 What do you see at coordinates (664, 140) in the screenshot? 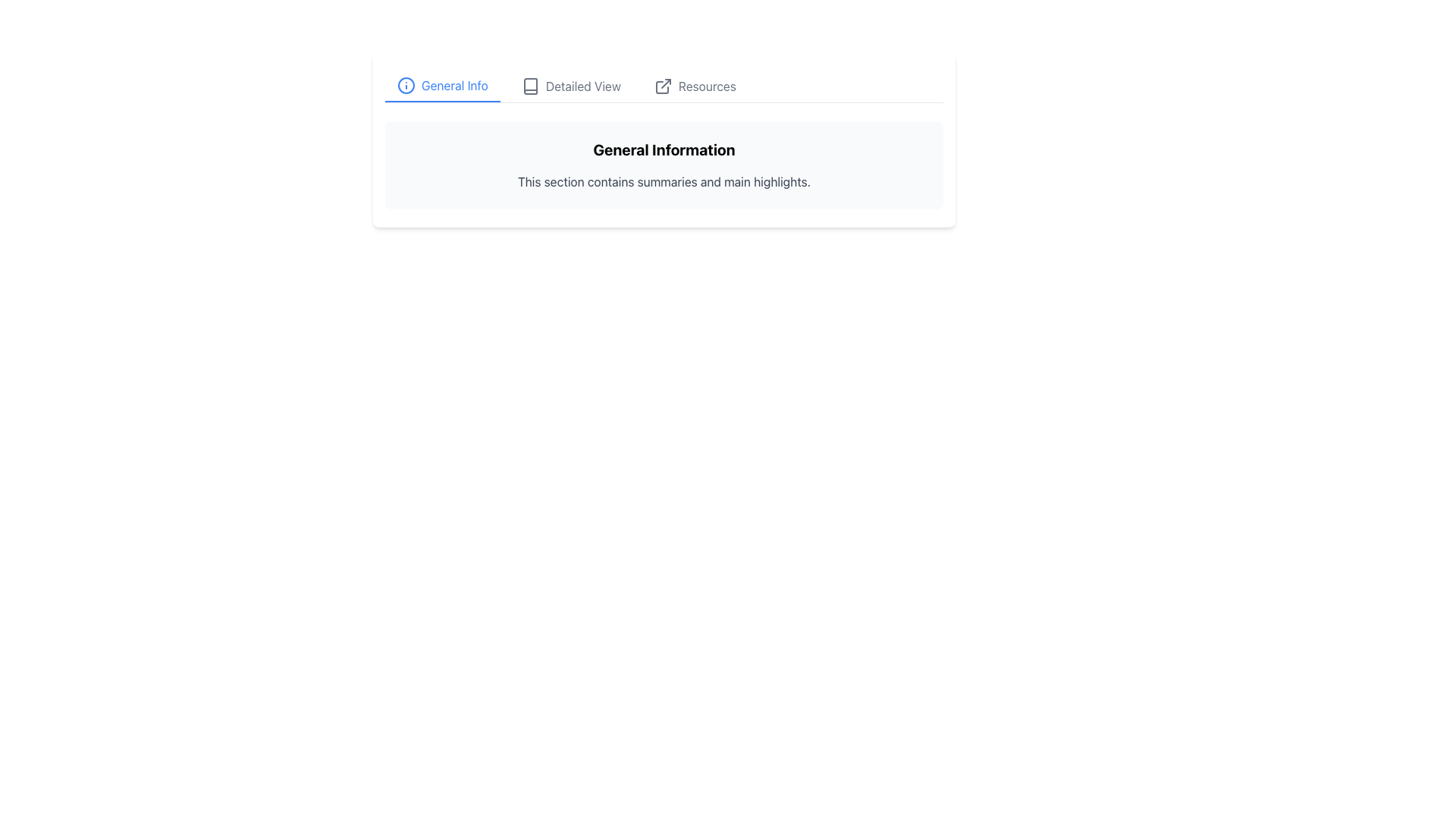
I see `text in the Informational Section titled 'General Information', which contains summaries and main highlights` at bounding box center [664, 140].